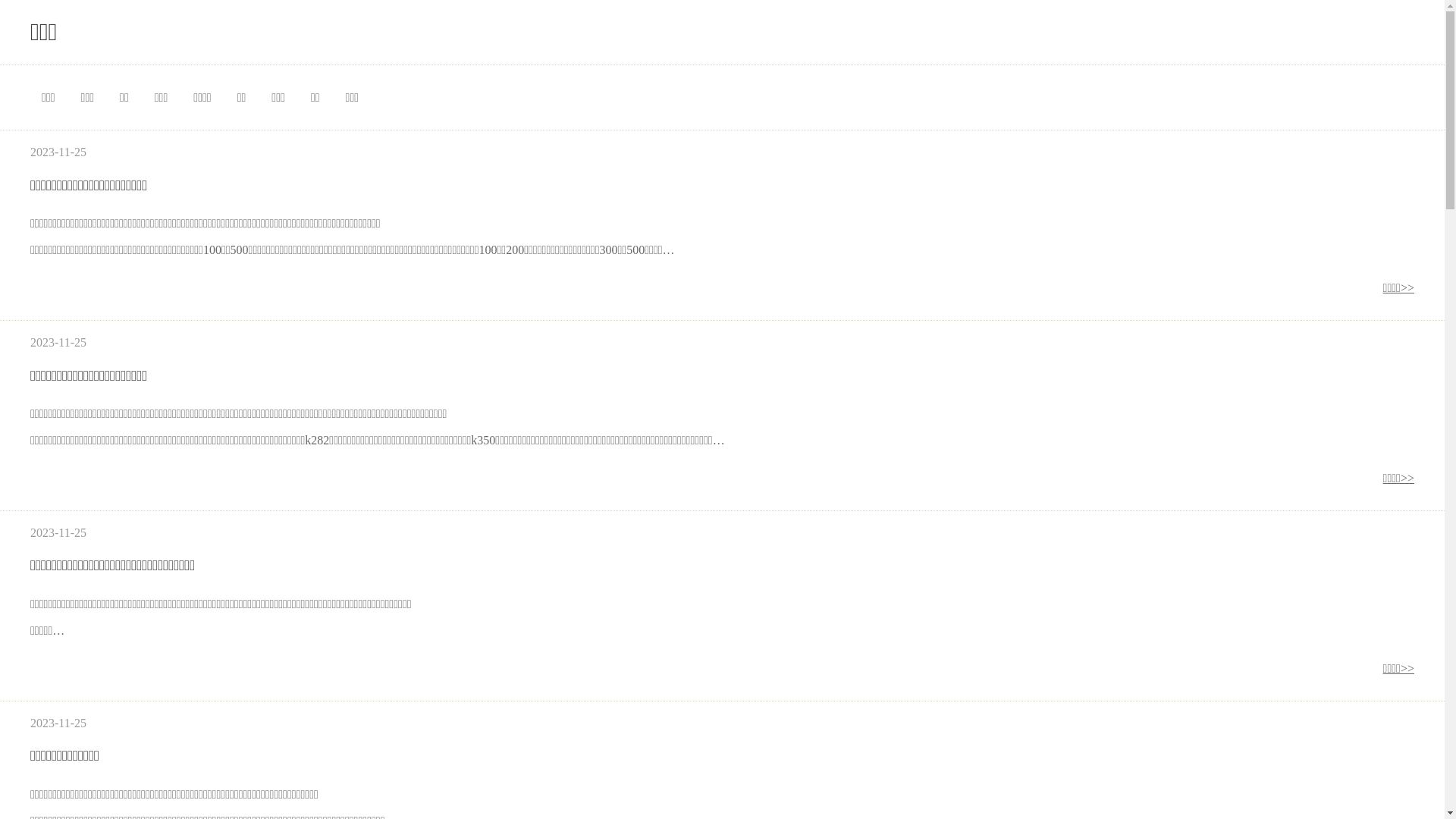  Describe the element at coordinates (58, 152) in the screenshot. I see `'2023-11-25'` at that location.